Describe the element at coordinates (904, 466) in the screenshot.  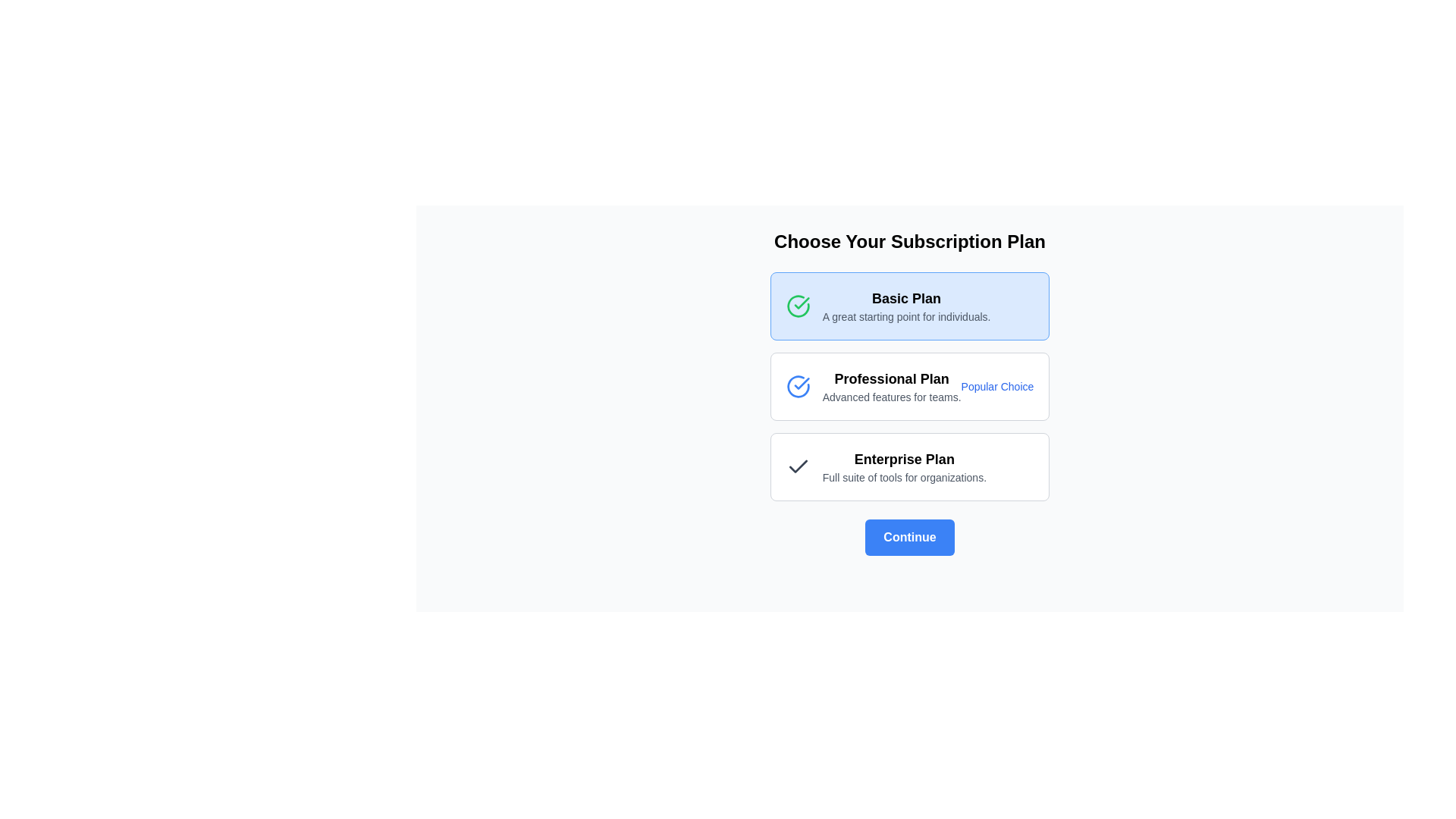
I see `text description of the subscription plan labeled 'Enterprise Plan', which is centrally located within the third plan option in the vertical subscription plan list, positioned below the 'Professional Plan' and above the 'Continue' button` at that location.